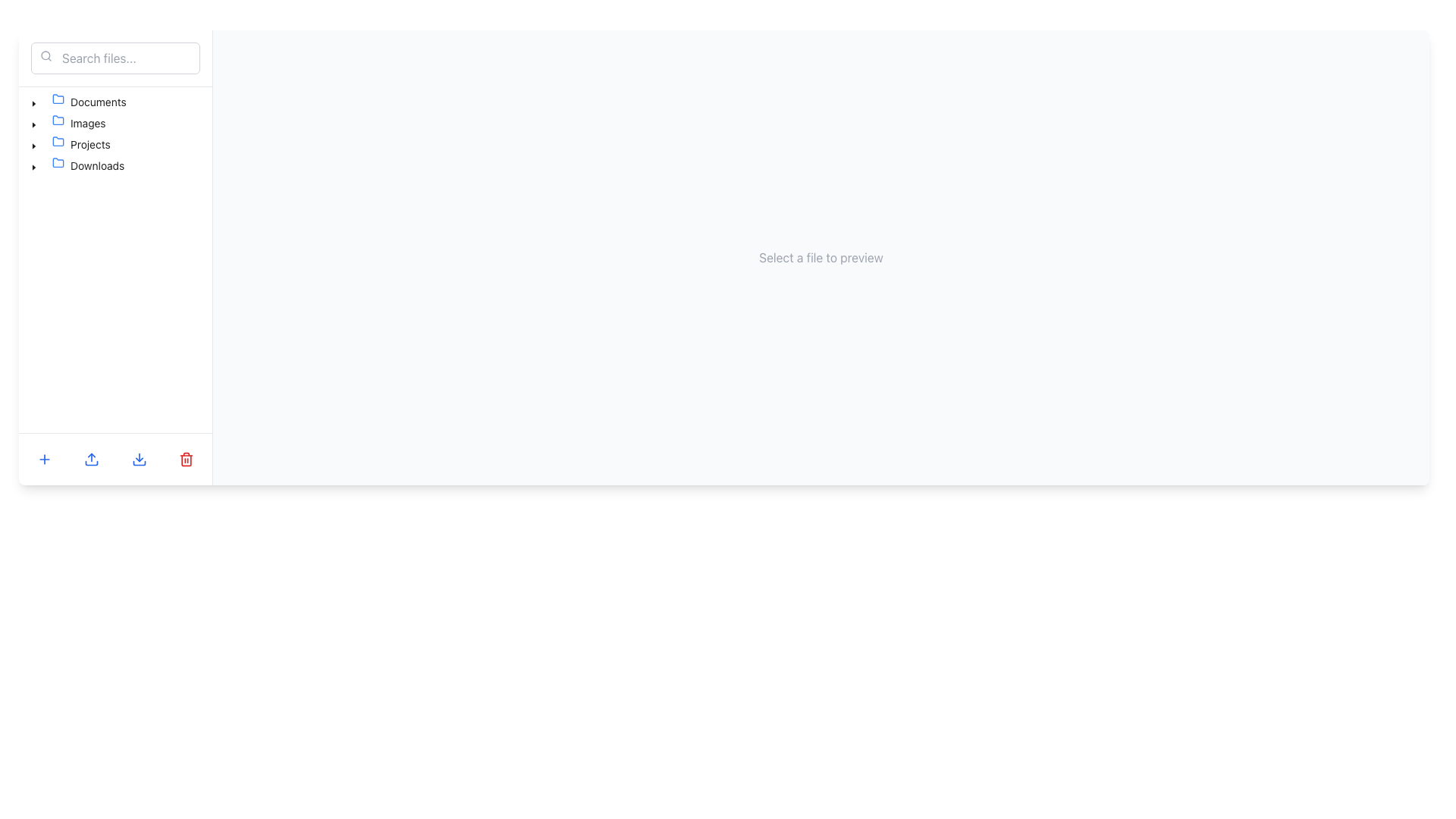 The width and height of the screenshot is (1456, 819). What do you see at coordinates (58, 140) in the screenshot?
I see `the blue-colored folder icon with rounded corners, which is the third item in a vertical list adjacent to the 'Projects' label for navigation purposes` at bounding box center [58, 140].